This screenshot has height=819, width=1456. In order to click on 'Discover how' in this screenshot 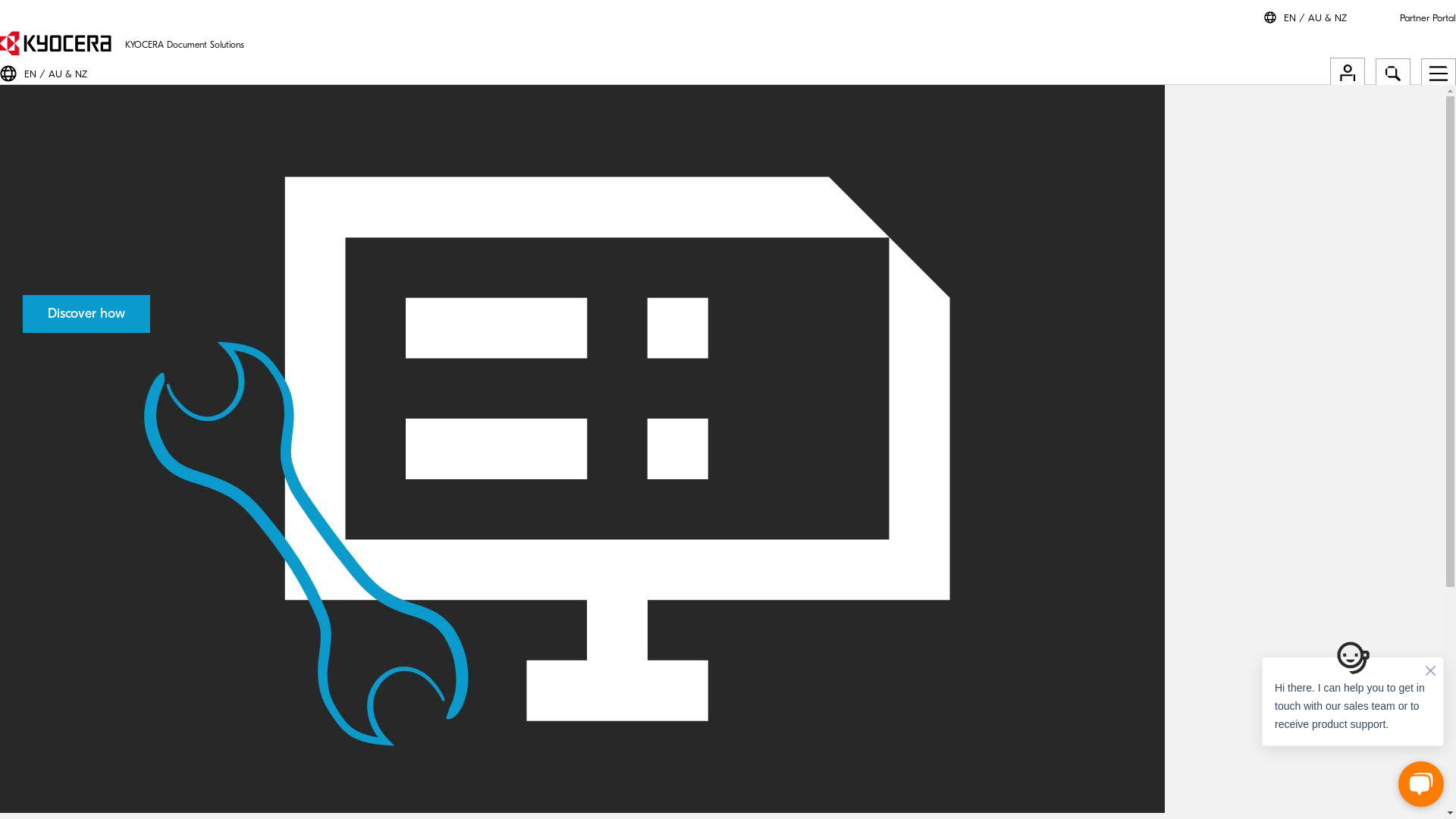, I will do `click(86, 312)`.